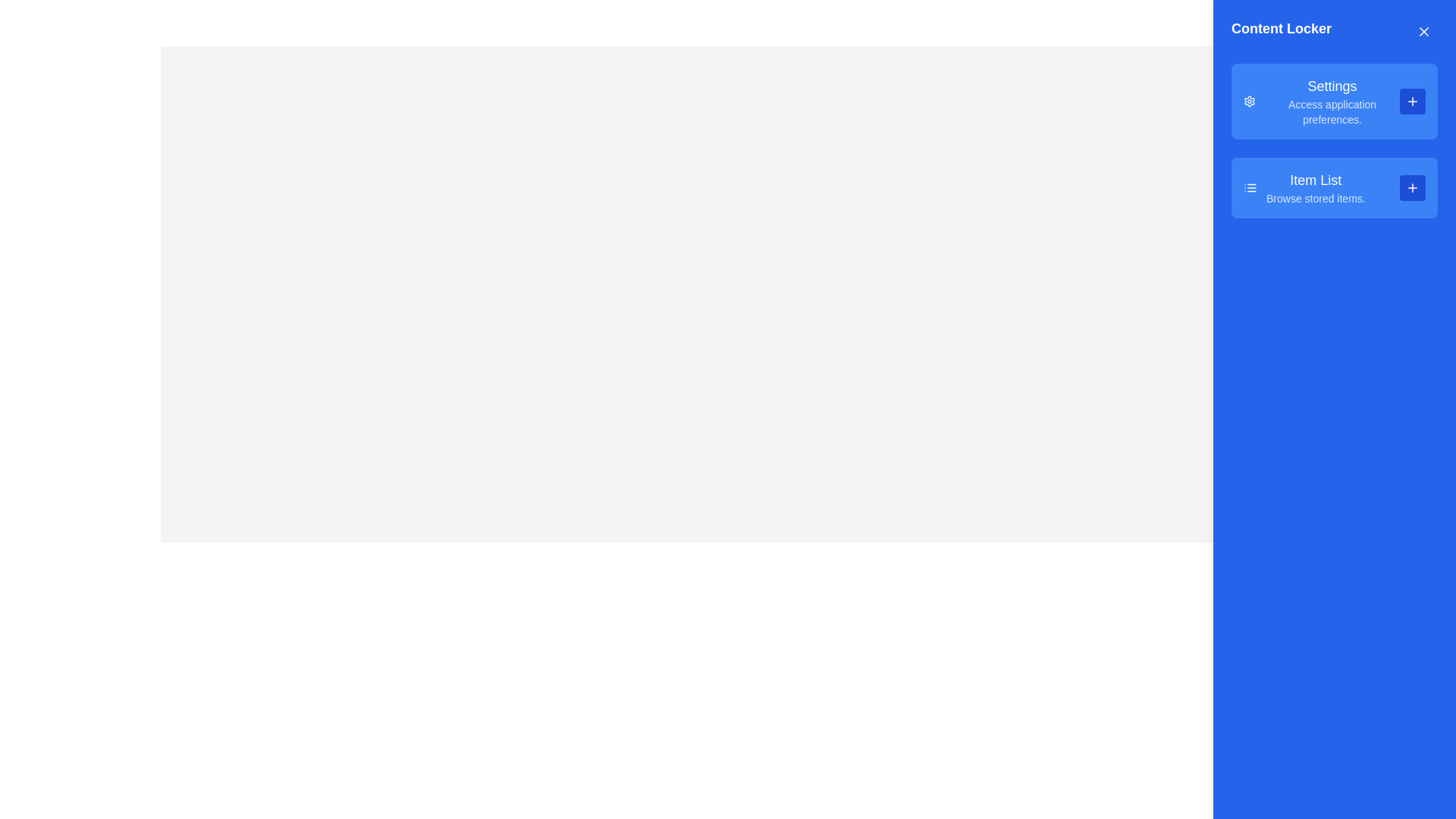  Describe the element at coordinates (1331, 102) in the screenshot. I see `on the 'Settings' button located in the upper section of the right-side navigation panel, which features a cogwheel icon and contains the title 'Settings' and subtitle 'Access application preferences.'` at that location.